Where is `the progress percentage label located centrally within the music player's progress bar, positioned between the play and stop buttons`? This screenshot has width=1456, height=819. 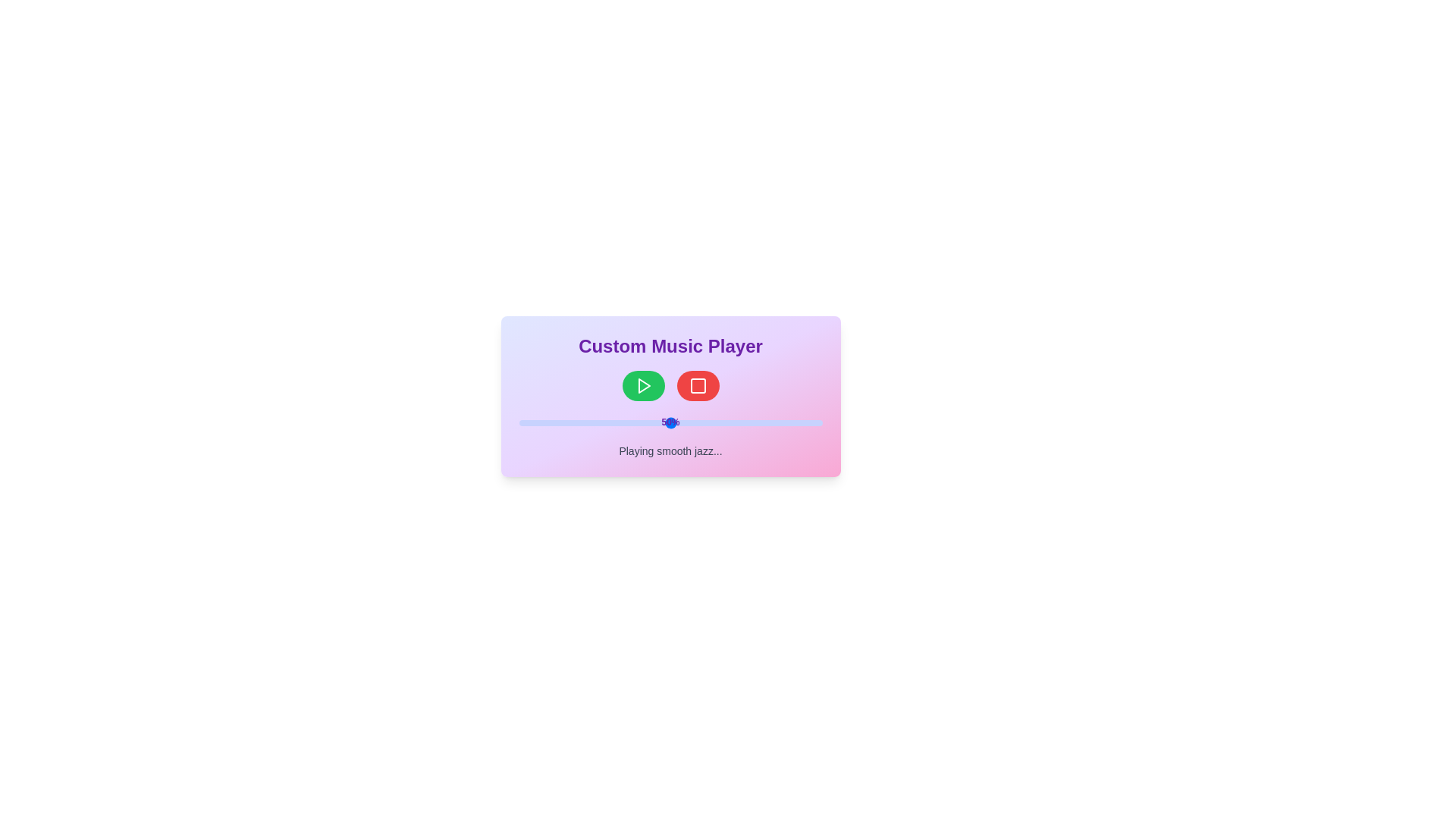
the progress percentage label located centrally within the music player's progress bar, positioned between the play and stop buttons is located at coordinates (670, 422).